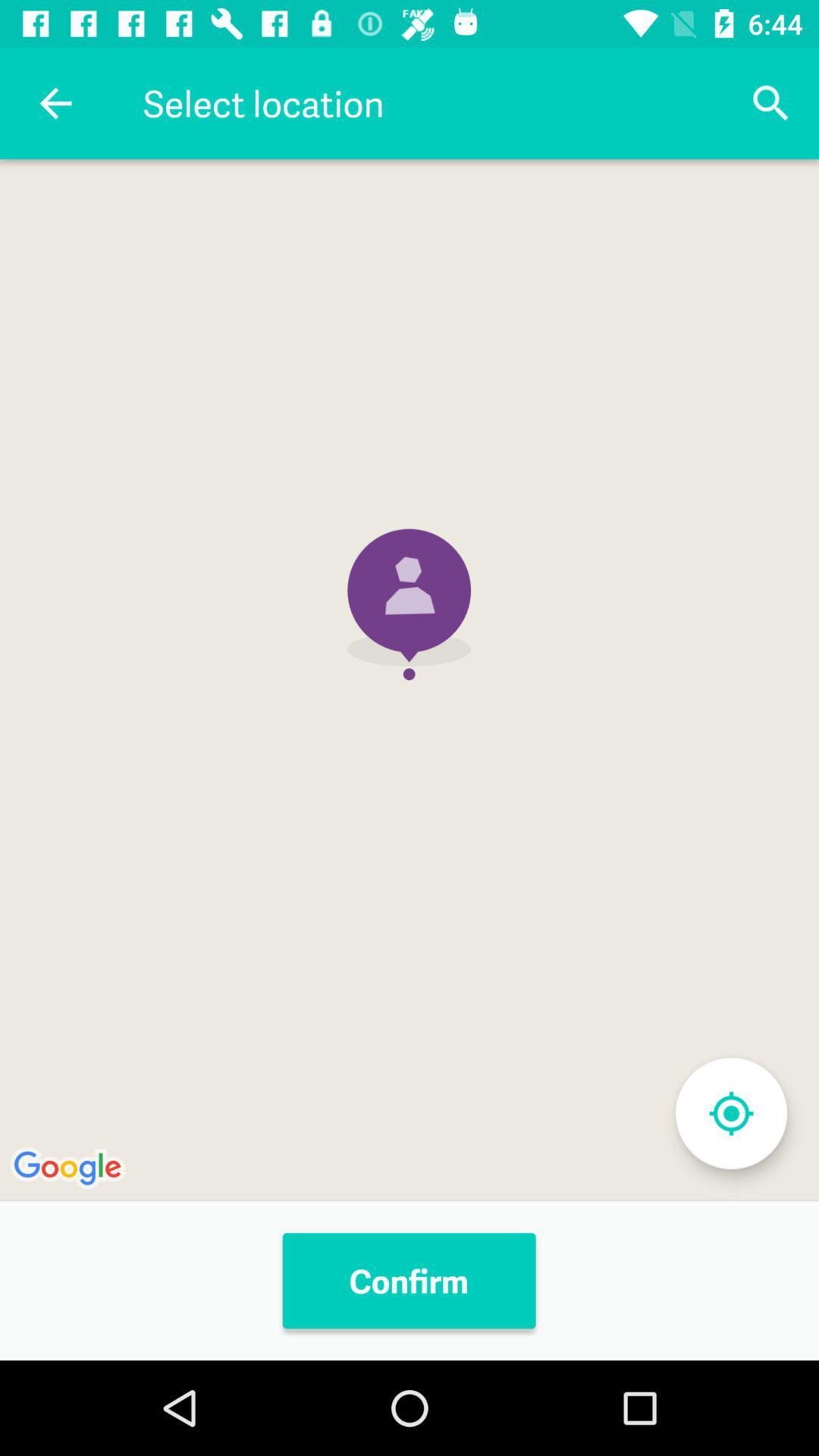 The height and width of the screenshot is (1456, 819). I want to click on the location_crosshair icon, so click(730, 1113).